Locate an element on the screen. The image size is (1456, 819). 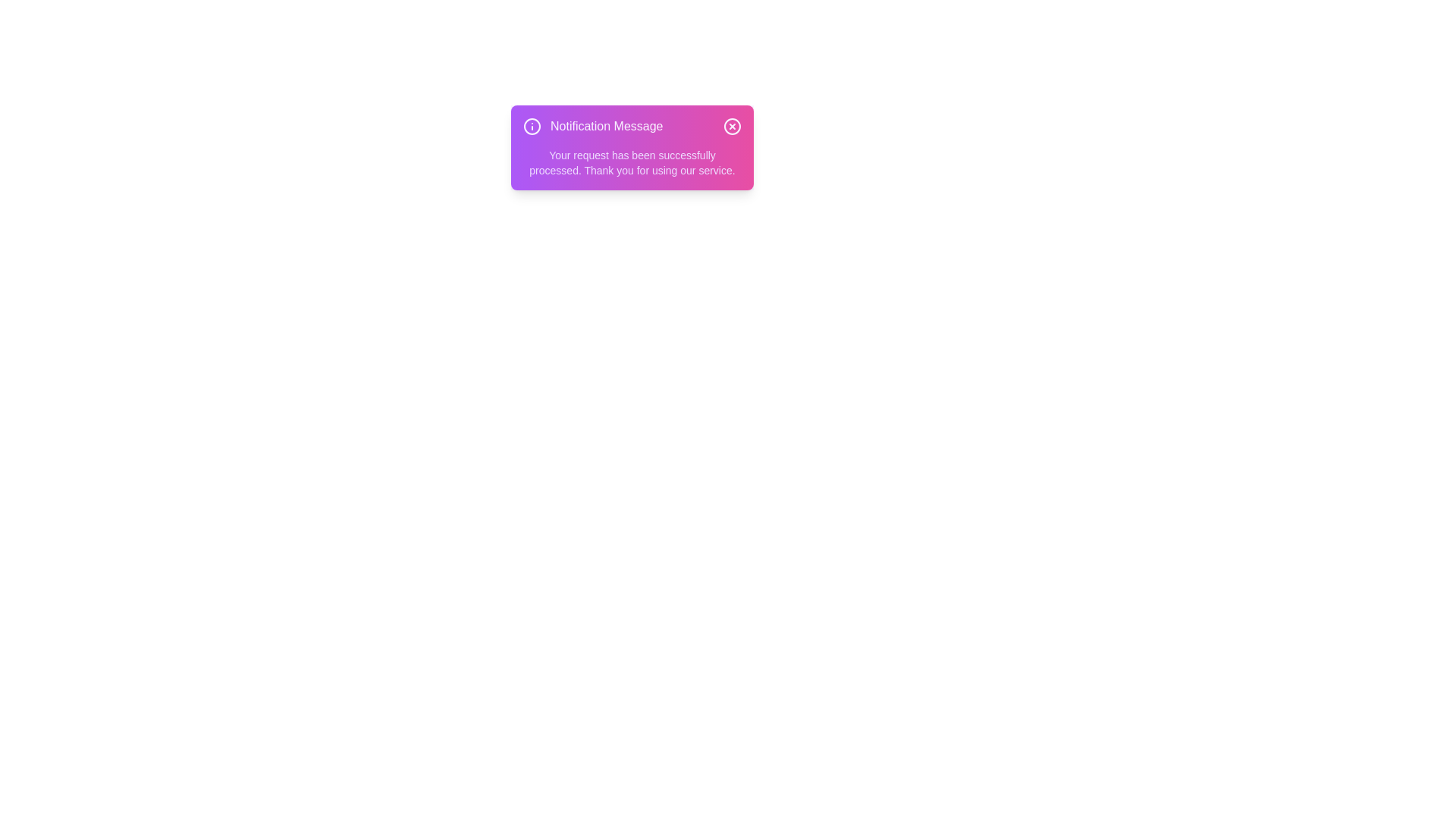
the circular graphic icon with a purple border and white fill, which is centered within the information icon on the left side of the notification card is located at coordinates (532, 125).